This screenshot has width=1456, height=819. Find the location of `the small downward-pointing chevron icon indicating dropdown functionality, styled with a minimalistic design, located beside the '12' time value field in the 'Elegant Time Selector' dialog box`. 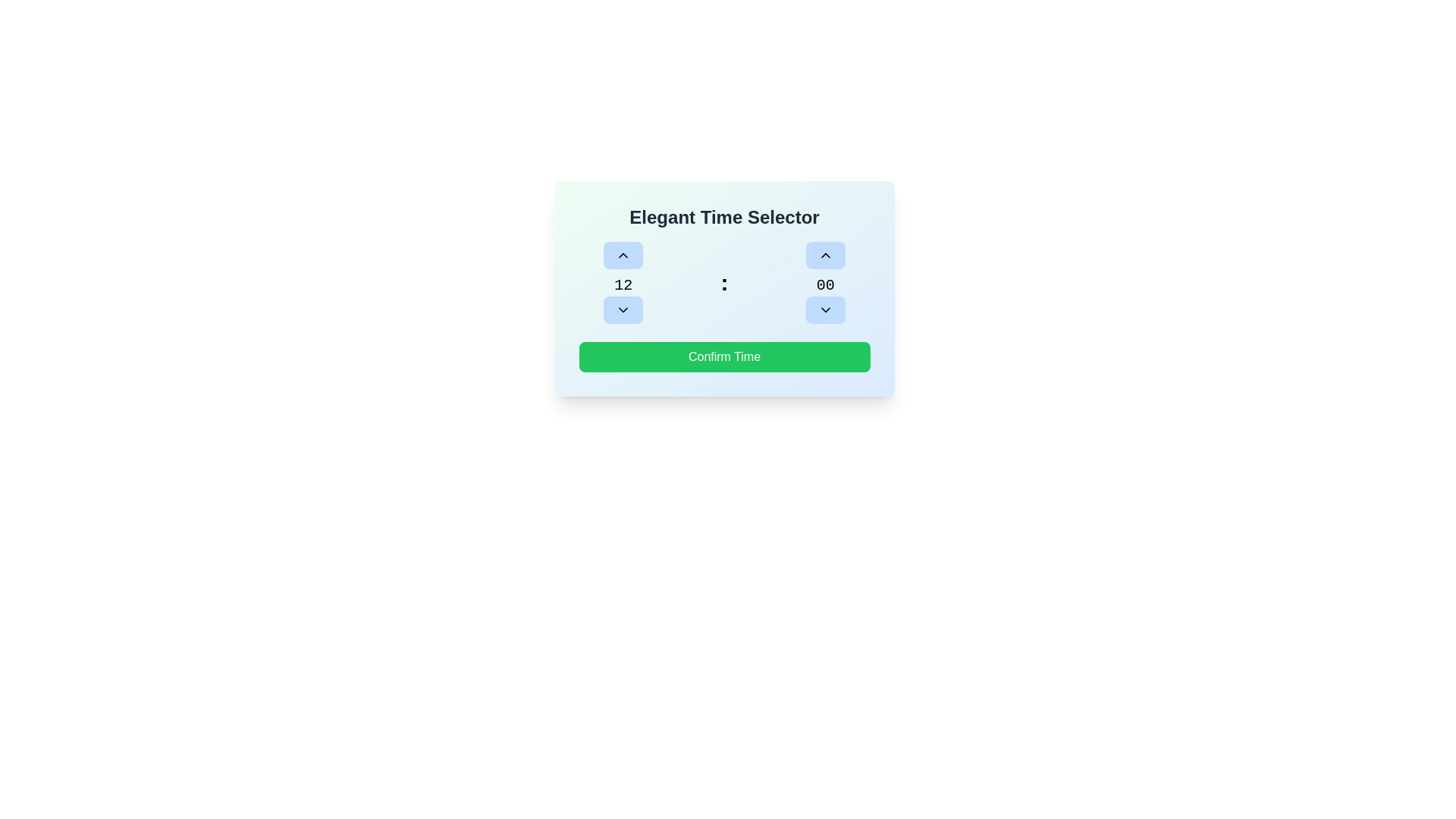

the small downward-pointing chevron icon indicating dropdown functionality, styled with a minimalistic design, located beside the '12' time value field in the 'Elegant Time Selector' dialog box is located at coordinates (623, 309).